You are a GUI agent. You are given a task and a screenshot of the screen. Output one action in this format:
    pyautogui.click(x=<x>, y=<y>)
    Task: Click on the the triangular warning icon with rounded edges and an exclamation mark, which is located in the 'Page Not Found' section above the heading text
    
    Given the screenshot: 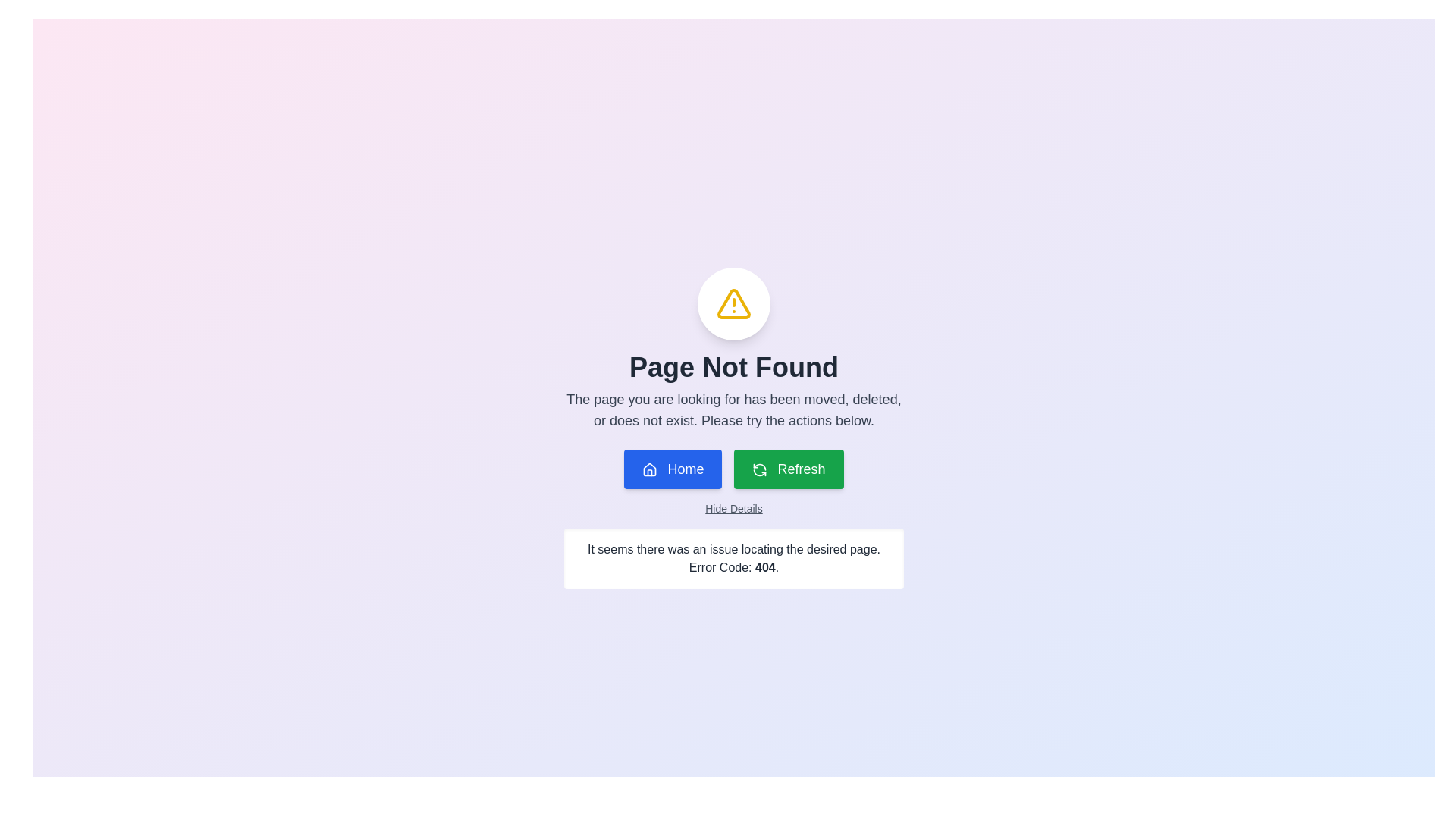 What is the action you would take?
    pyautogui.click(x=734, y=304)
    